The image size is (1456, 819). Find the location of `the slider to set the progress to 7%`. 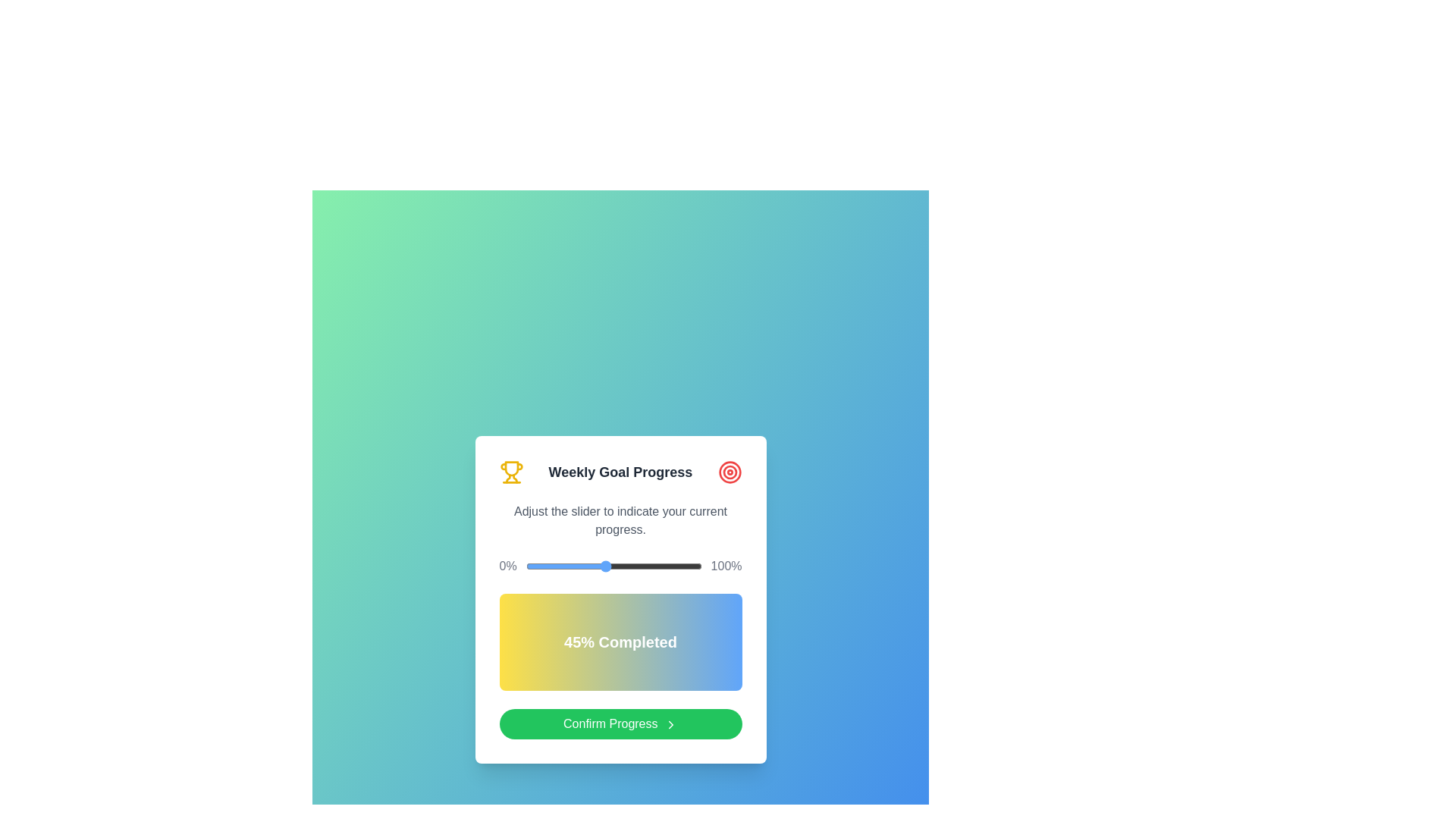

the slider to set the progress to 7% is located at coordinates (538, 566).